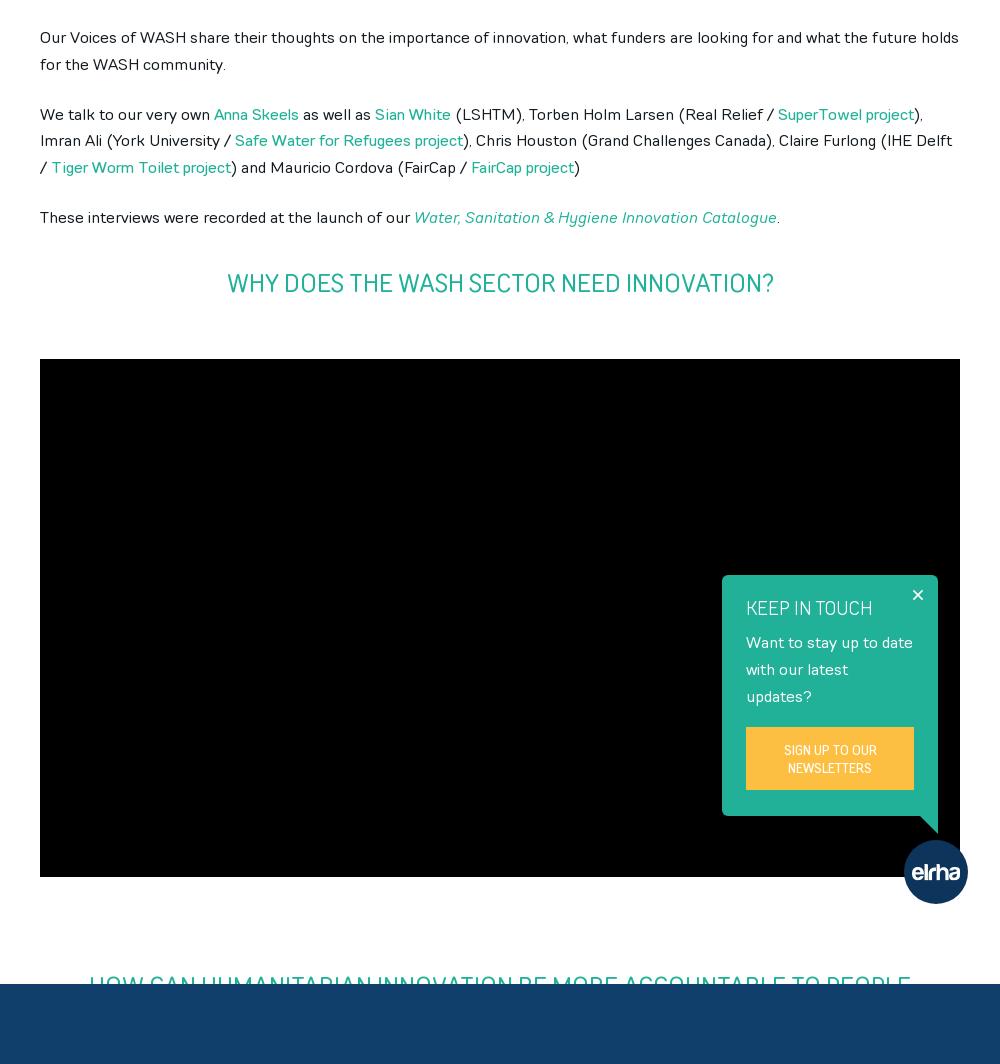 The height and width of the screenshot is (1064, 1000). Describe the element at coordinates (783, 758) in the screenshot. I see `'Sign up to our newsletters'` at that location.